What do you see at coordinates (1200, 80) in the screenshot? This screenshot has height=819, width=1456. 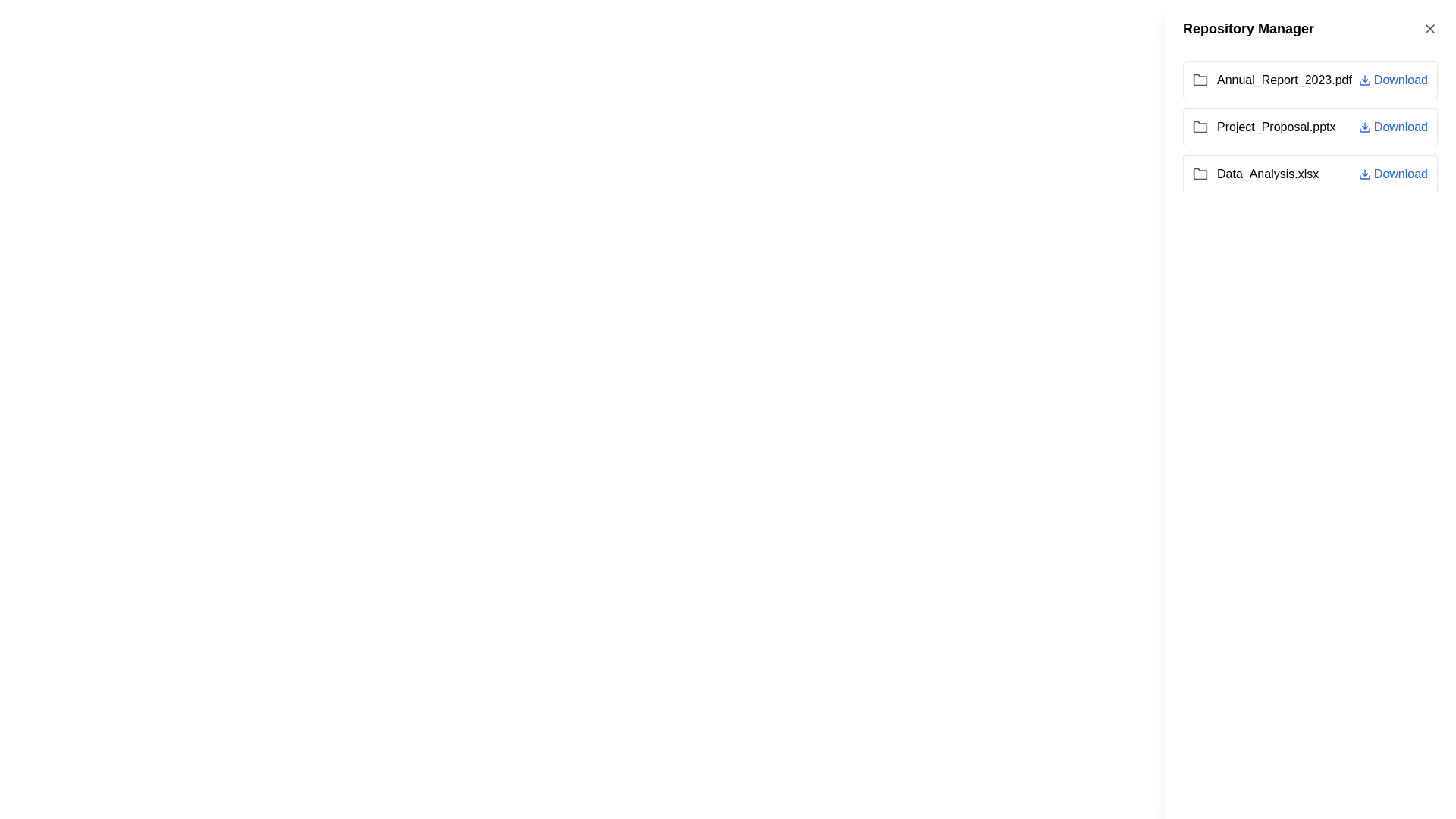 I see `the folder icon representing the file 'Annual_Report_2023.pdf' in the Repository Manager panel` at bounding box center [1200, 80].